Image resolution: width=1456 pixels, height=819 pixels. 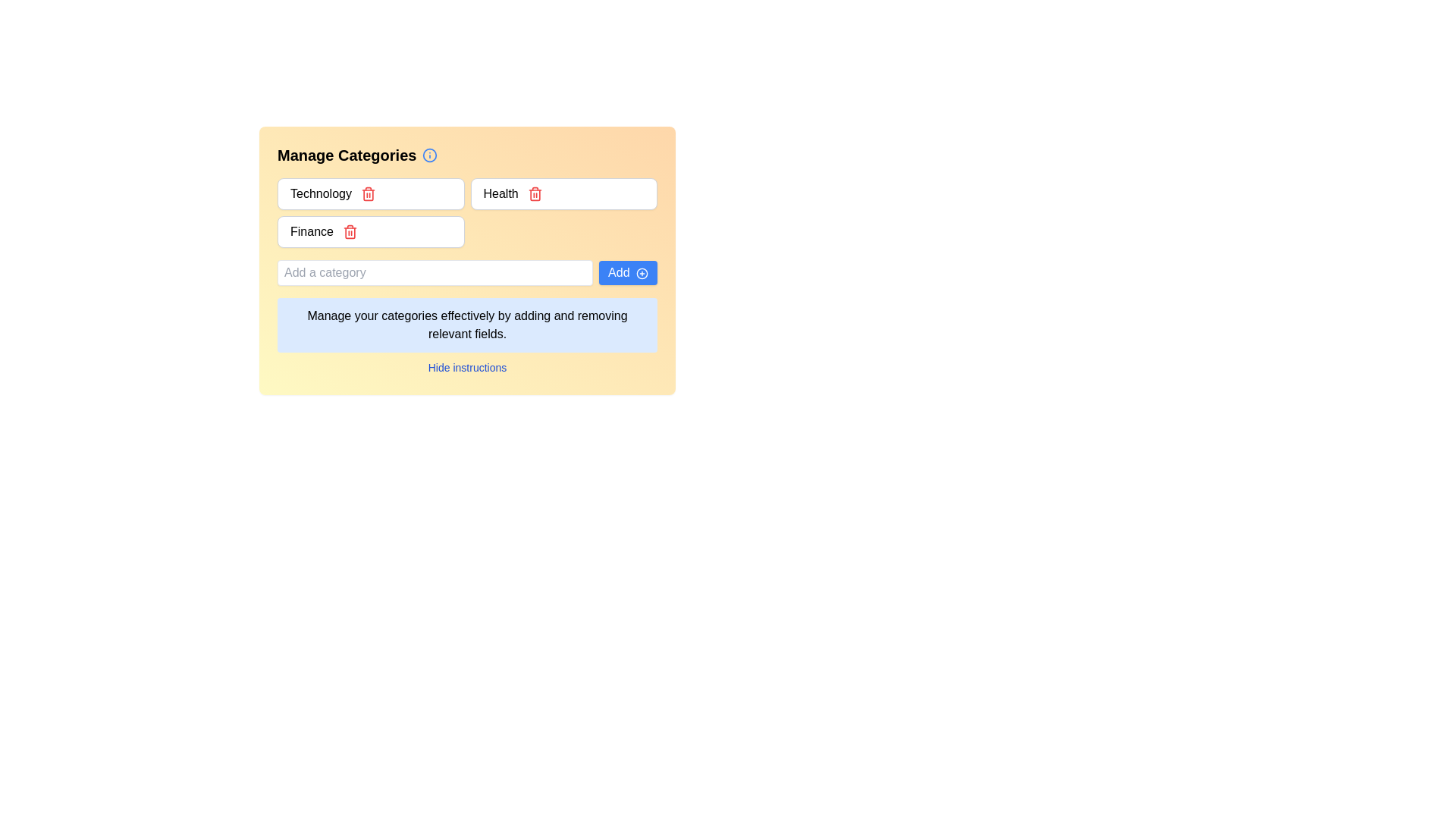 What do you see at coordinates (642, 271) in the screenshot?
I see `the small circular plus icon with a white stroke encased in a circle on a blue background, located to the right of the 'Add' button` at bounding box center [642, 271].